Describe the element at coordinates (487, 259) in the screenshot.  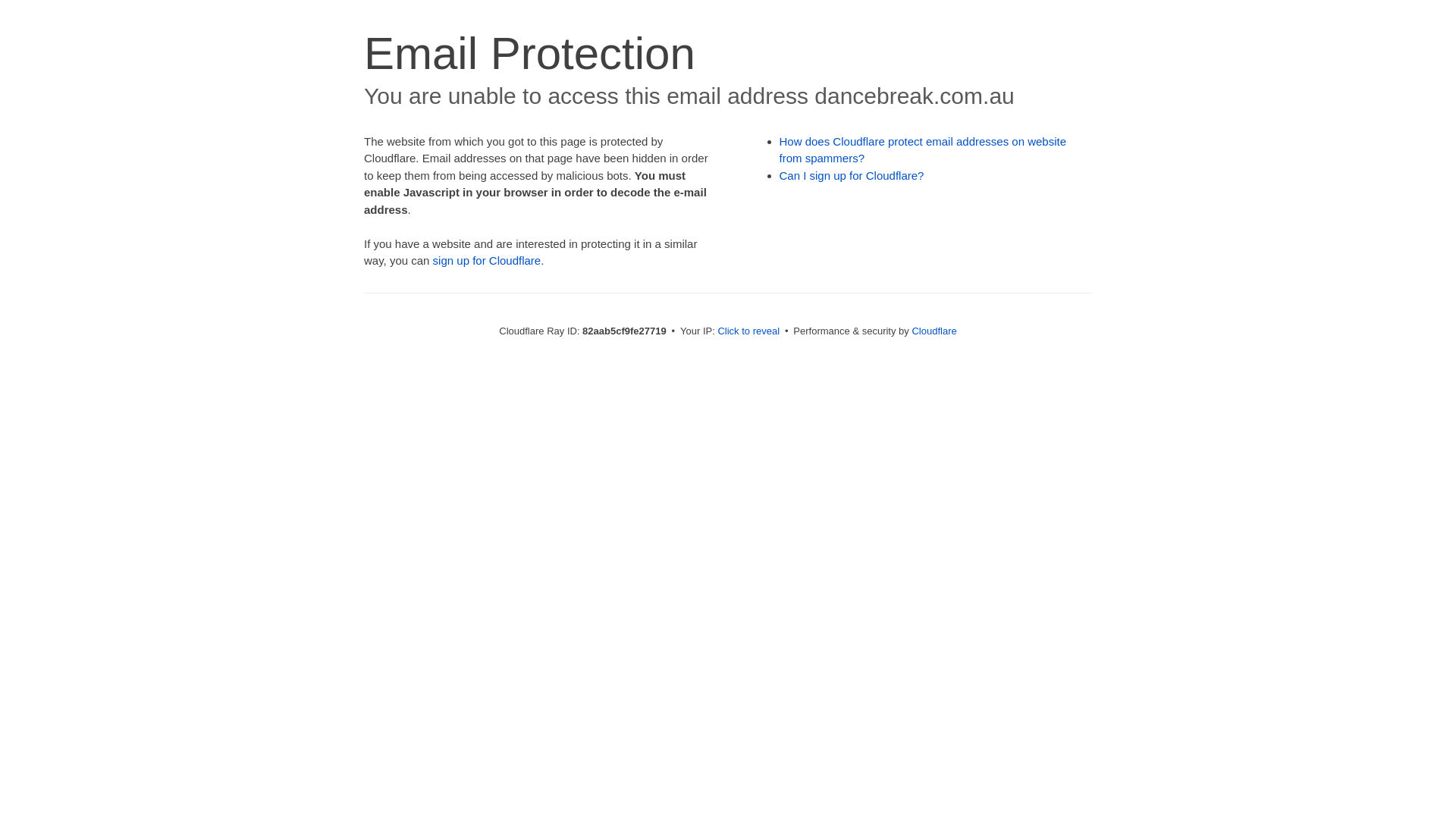
I see `'sign up for Cloudflare'` at that location.